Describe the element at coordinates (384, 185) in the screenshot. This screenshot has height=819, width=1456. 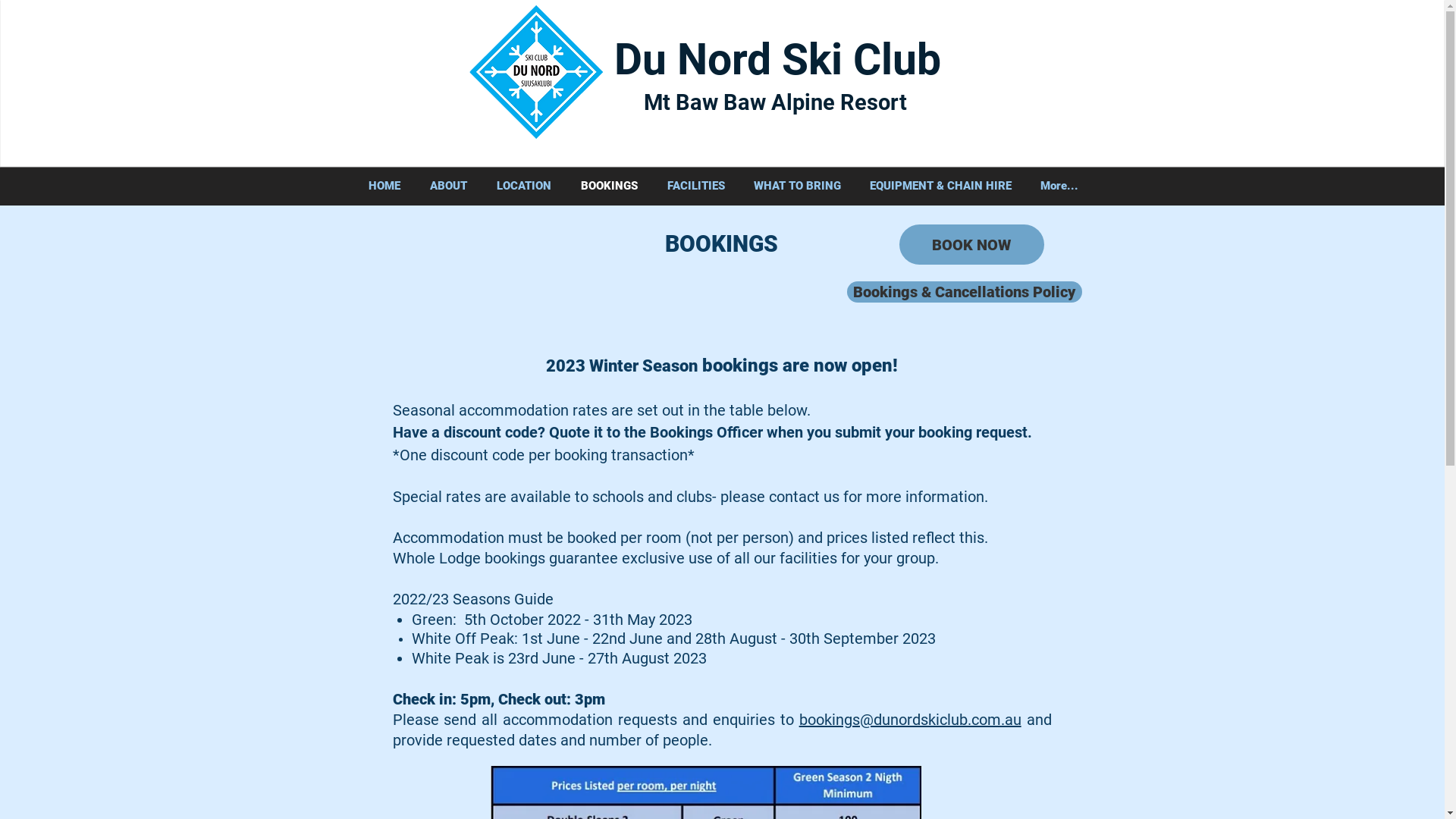
I see `'HOME'` at that location.